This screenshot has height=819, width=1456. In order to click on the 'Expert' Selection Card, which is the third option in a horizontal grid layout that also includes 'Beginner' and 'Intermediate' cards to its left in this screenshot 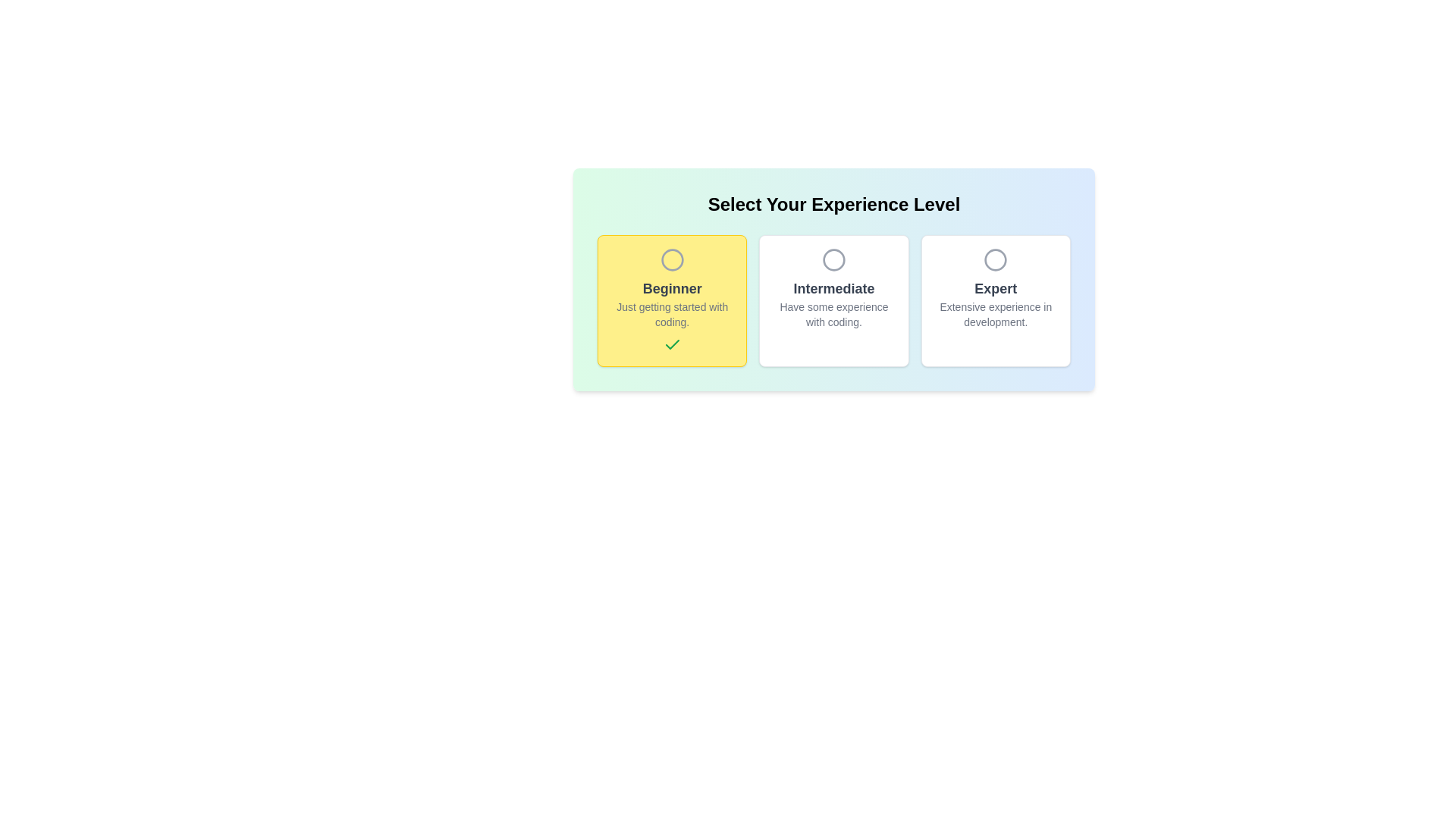, I will do `click(996, 301)`.